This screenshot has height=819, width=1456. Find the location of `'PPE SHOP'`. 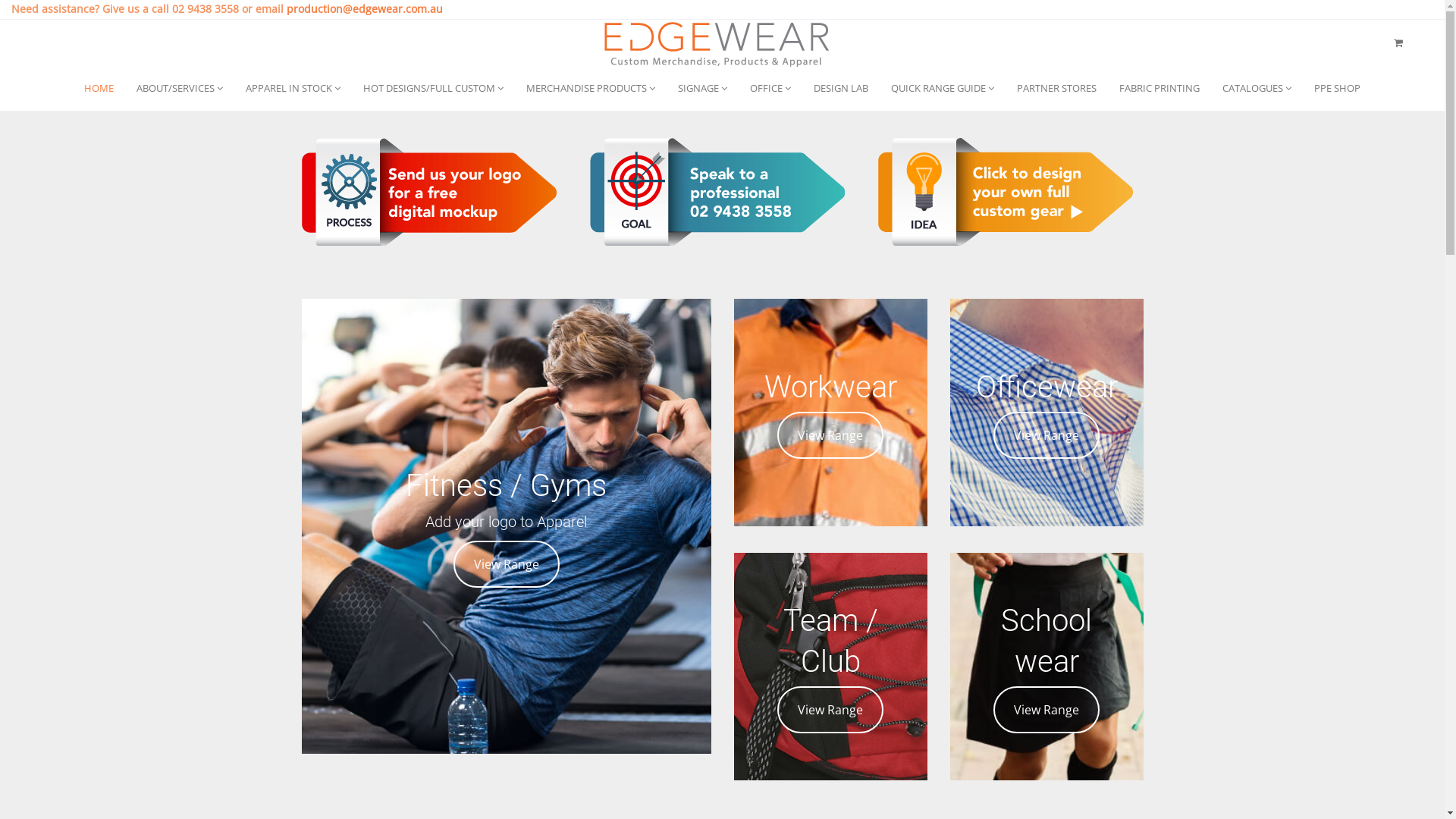

'PPE SHOP' is located at coordinates (1337, 87).